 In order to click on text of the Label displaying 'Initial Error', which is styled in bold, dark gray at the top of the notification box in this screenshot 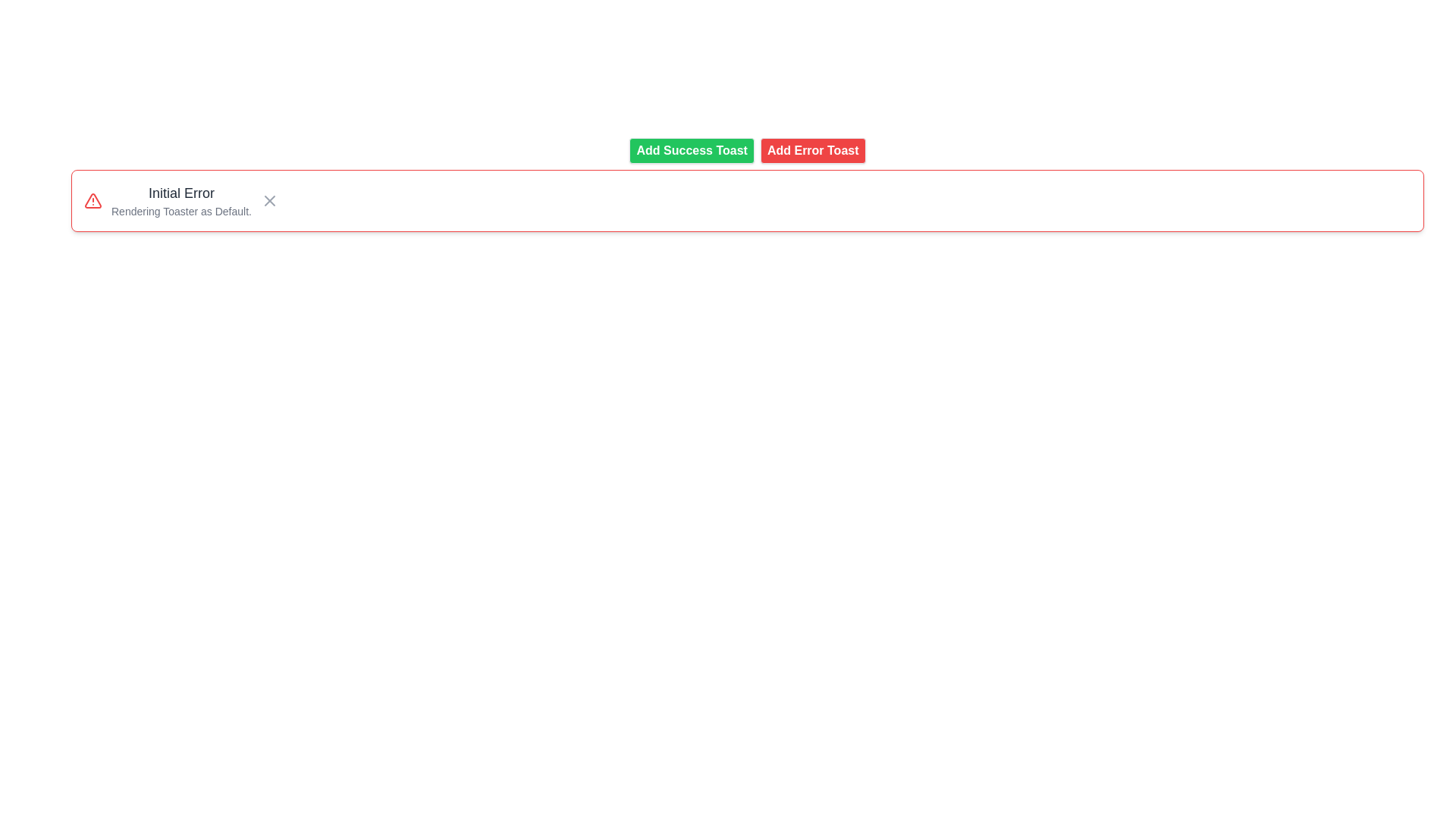, I will do `click(181, 192)`.